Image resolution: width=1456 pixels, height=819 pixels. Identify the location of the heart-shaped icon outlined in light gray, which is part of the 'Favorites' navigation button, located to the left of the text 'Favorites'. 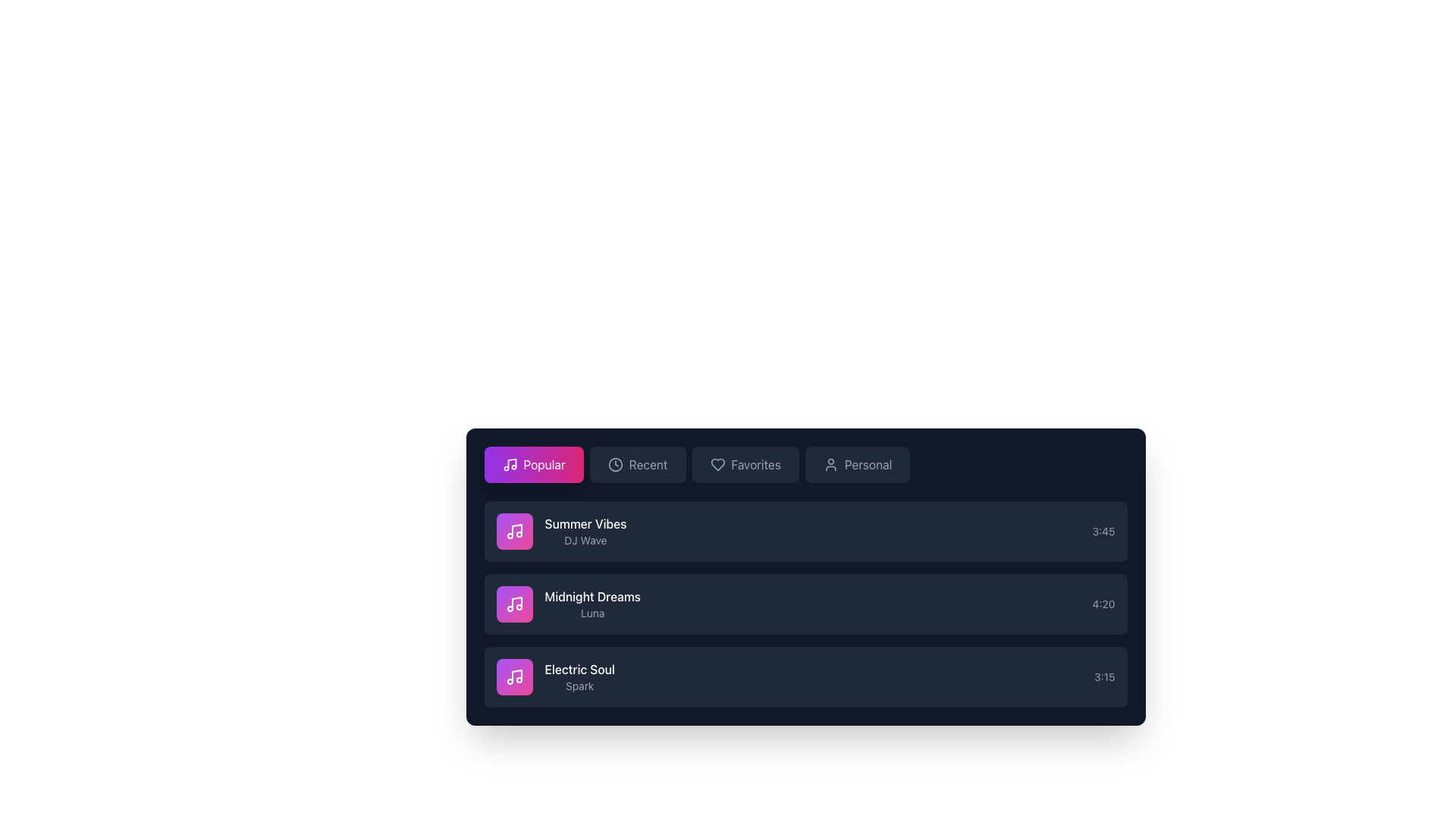
(717, 464).